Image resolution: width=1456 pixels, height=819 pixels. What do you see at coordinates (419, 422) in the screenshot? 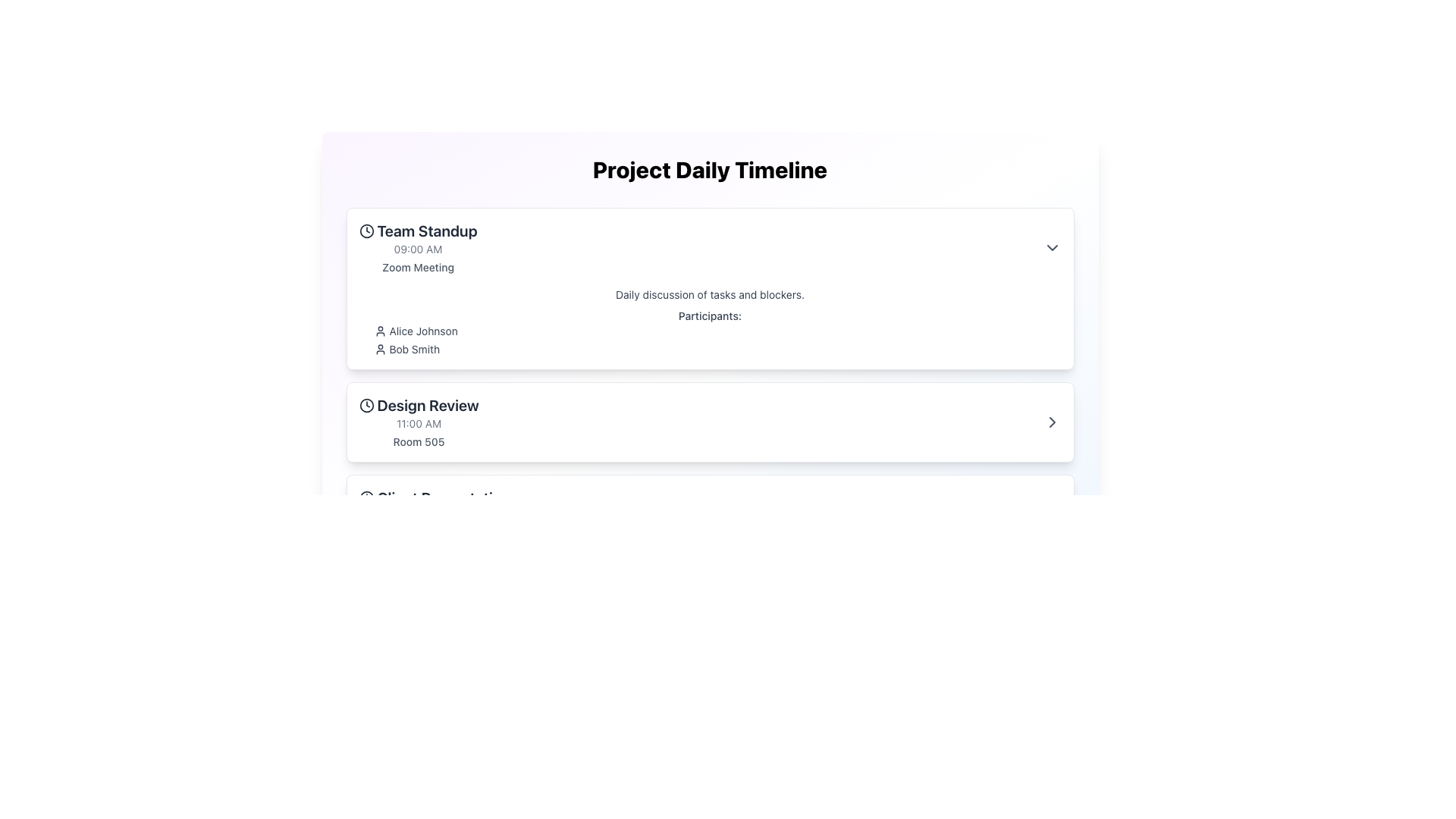
I see `the 'Design Review' card element` at bounding box center [419, 422].